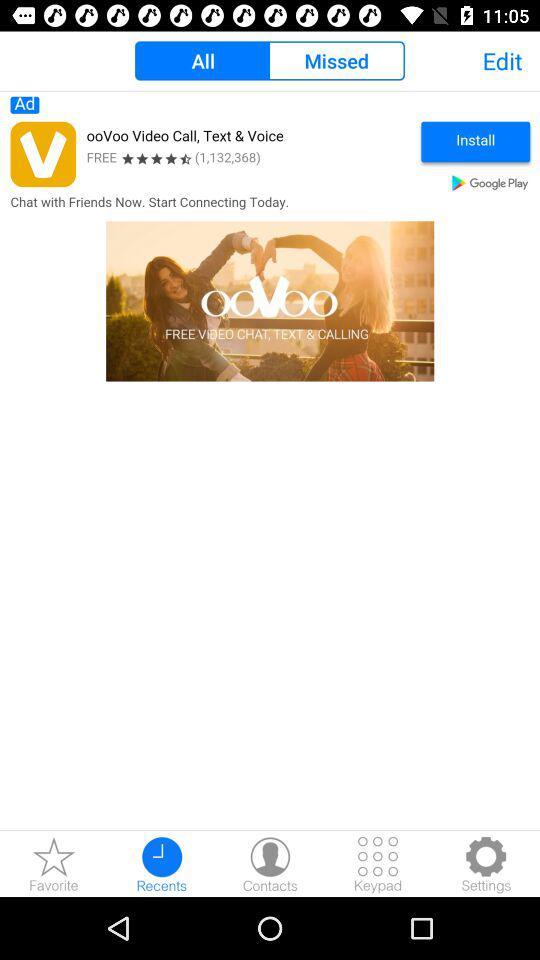 The height and width of the screenshot is (960, 540). What do you see at coordinates (161, 863) in the screenshot?
I see `recents button` at bounding box center [161, 863].